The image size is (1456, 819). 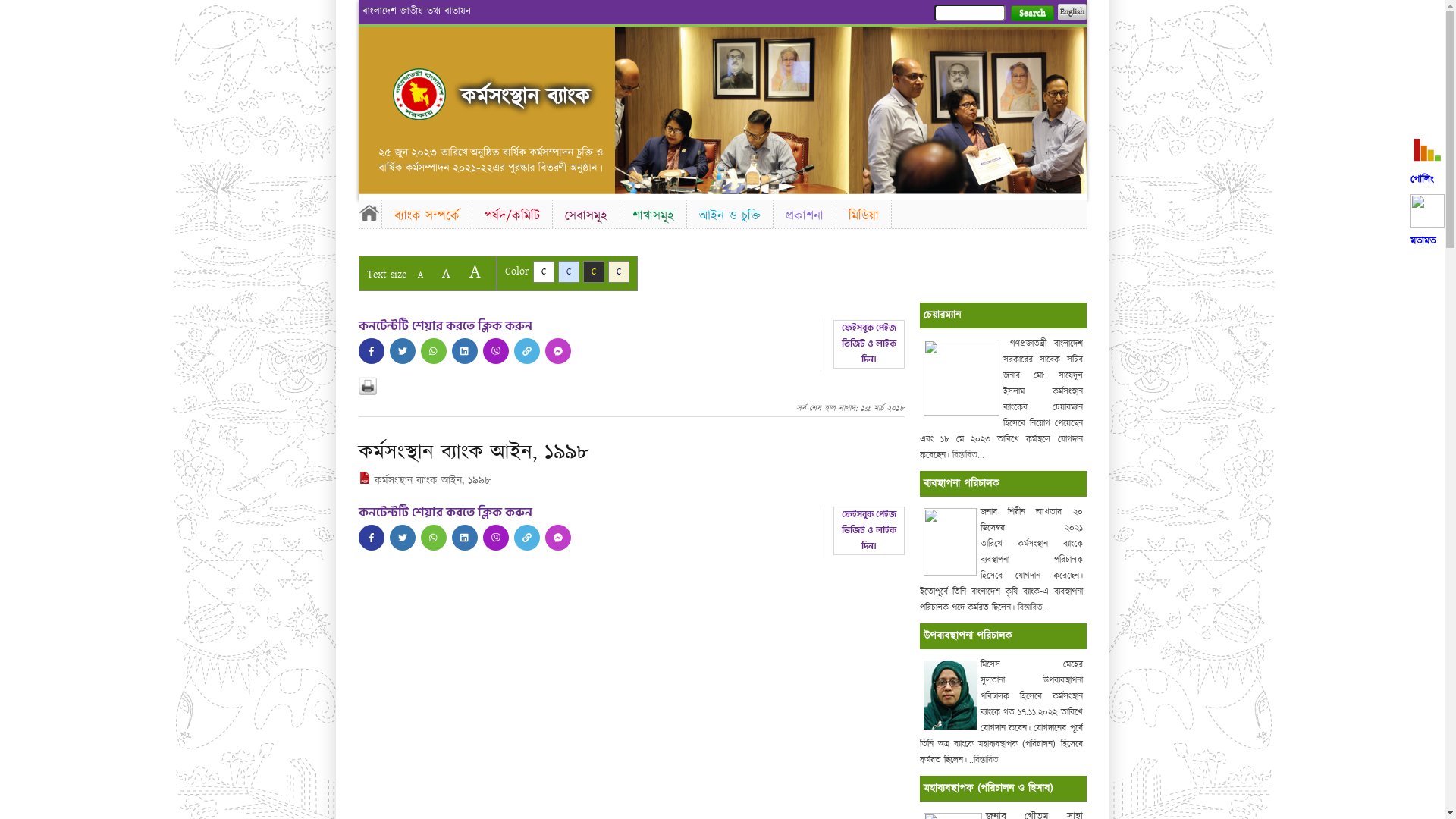 I want to click on 'C', so click(x=567, y=271).